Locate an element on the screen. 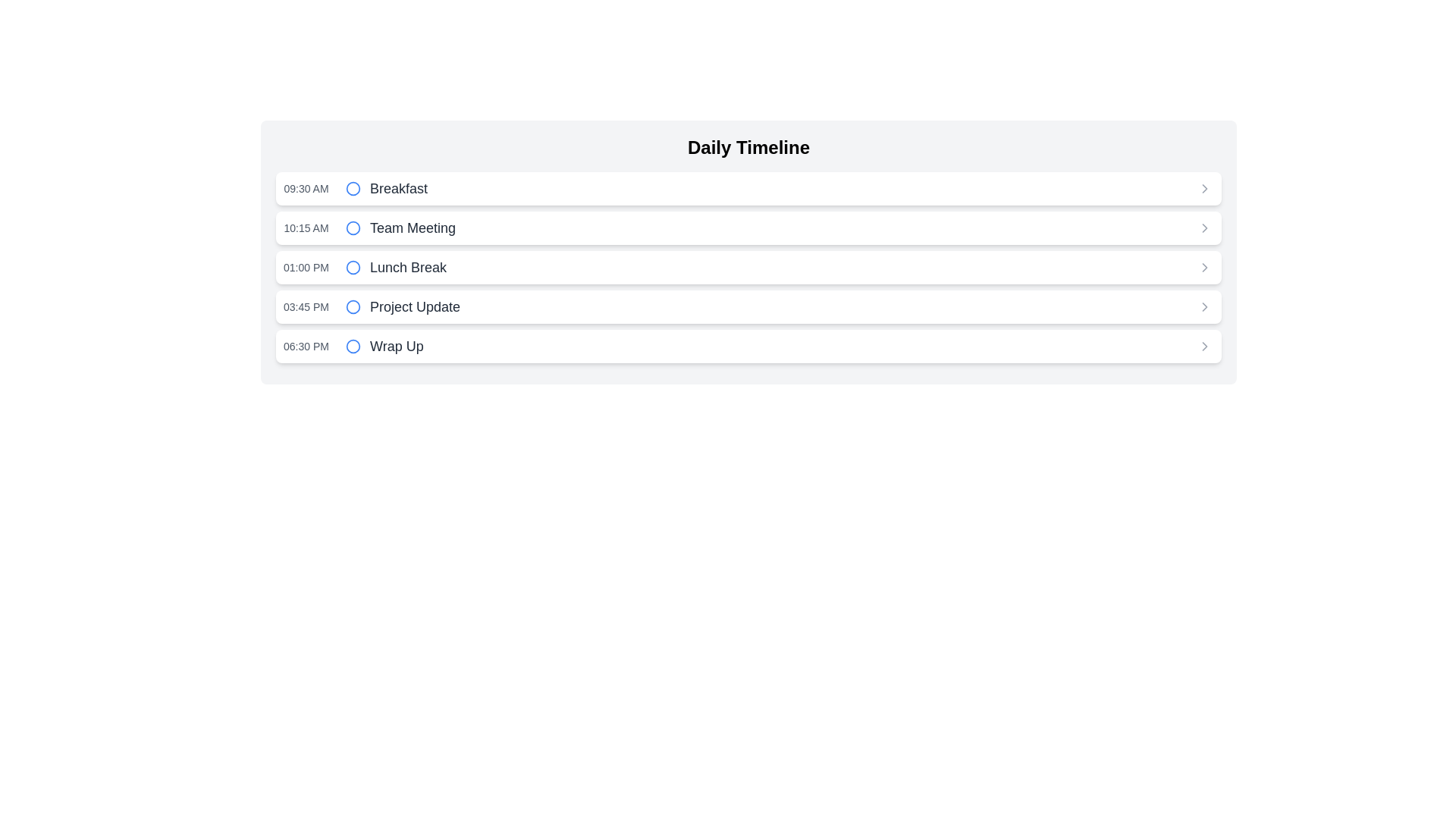  the navigation icon located at the far right of the row containing '09:30 AM Breakfast' is located at coordinates (1203, 188).